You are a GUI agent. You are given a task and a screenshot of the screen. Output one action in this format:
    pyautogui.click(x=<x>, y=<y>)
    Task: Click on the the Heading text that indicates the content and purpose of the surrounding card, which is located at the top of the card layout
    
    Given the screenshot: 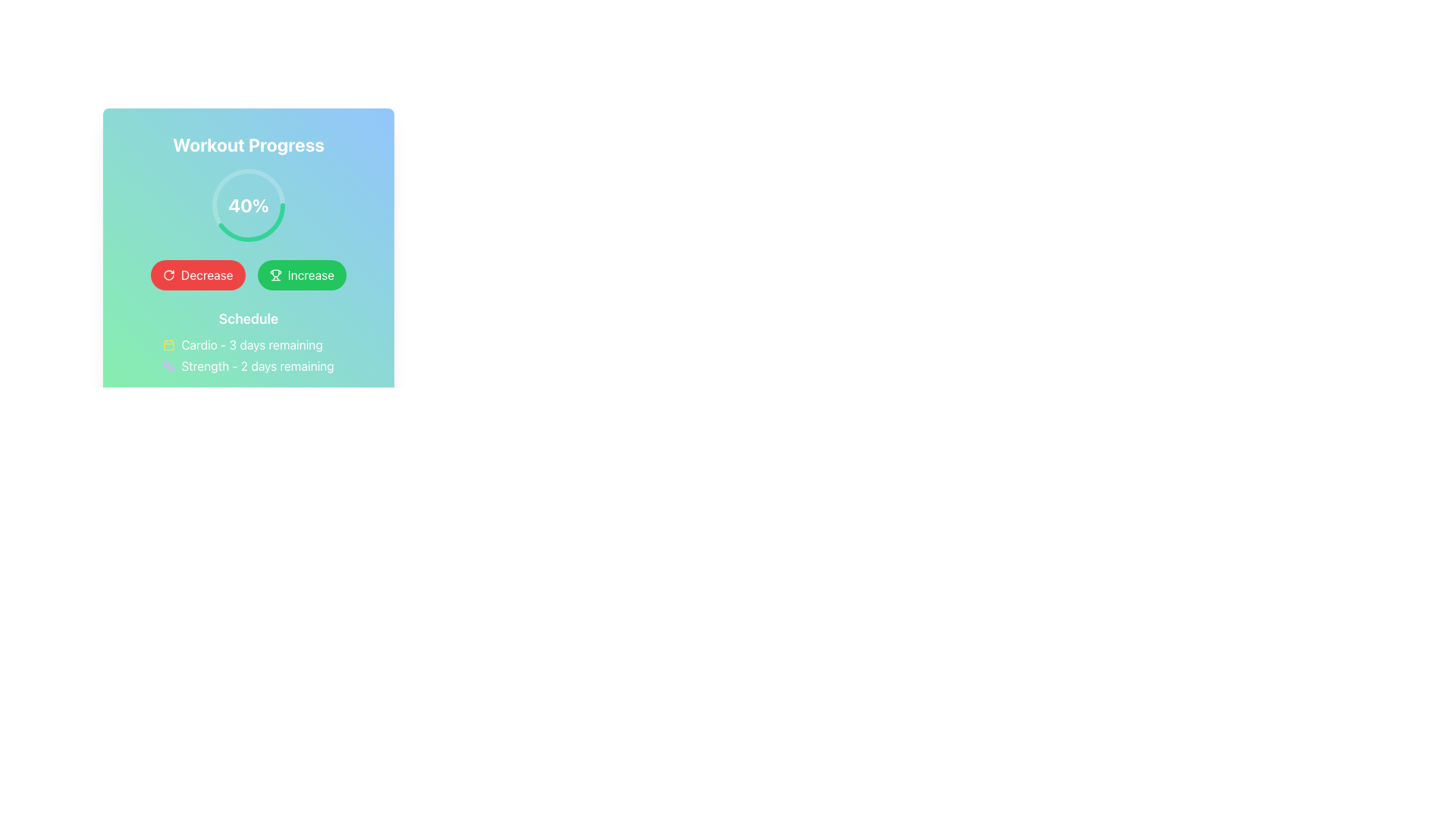 What is the action you would take?
    pyautogui.click(x=248, y=145)
    